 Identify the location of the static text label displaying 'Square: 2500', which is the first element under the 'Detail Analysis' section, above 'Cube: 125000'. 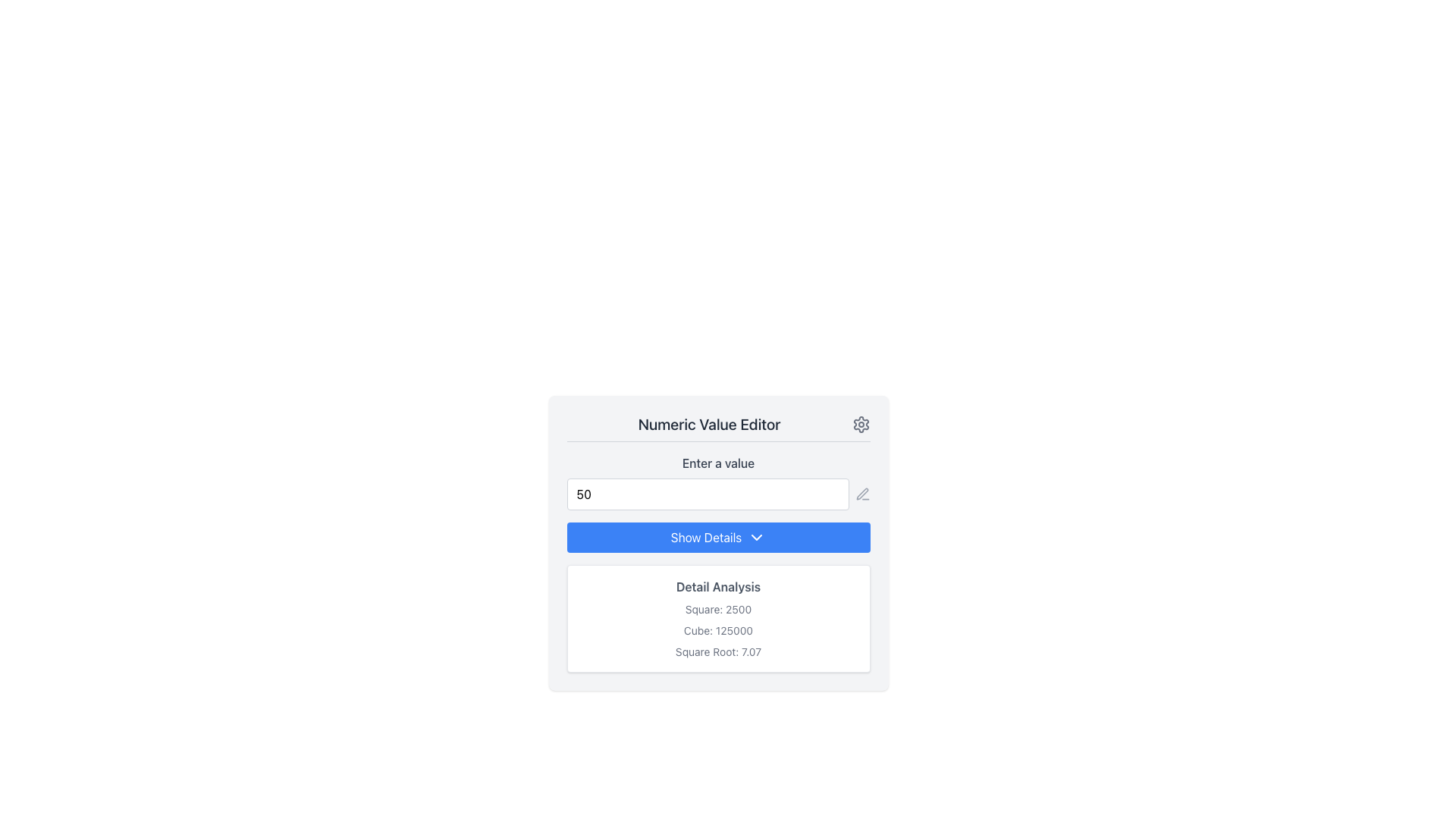
(717, 608).